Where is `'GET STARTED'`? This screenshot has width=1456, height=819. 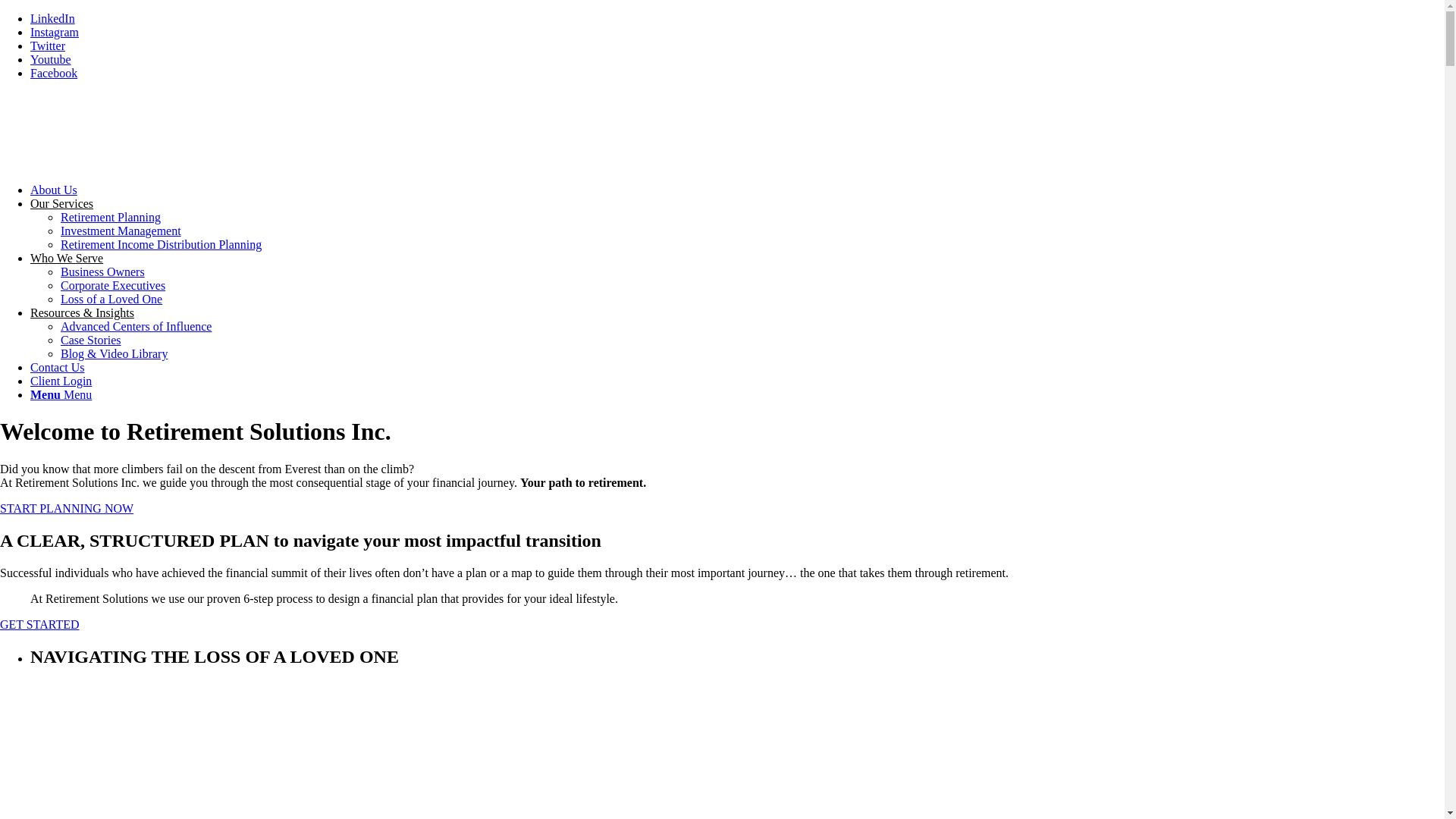 'GET STARTED' is located at coordinates (39, 624).